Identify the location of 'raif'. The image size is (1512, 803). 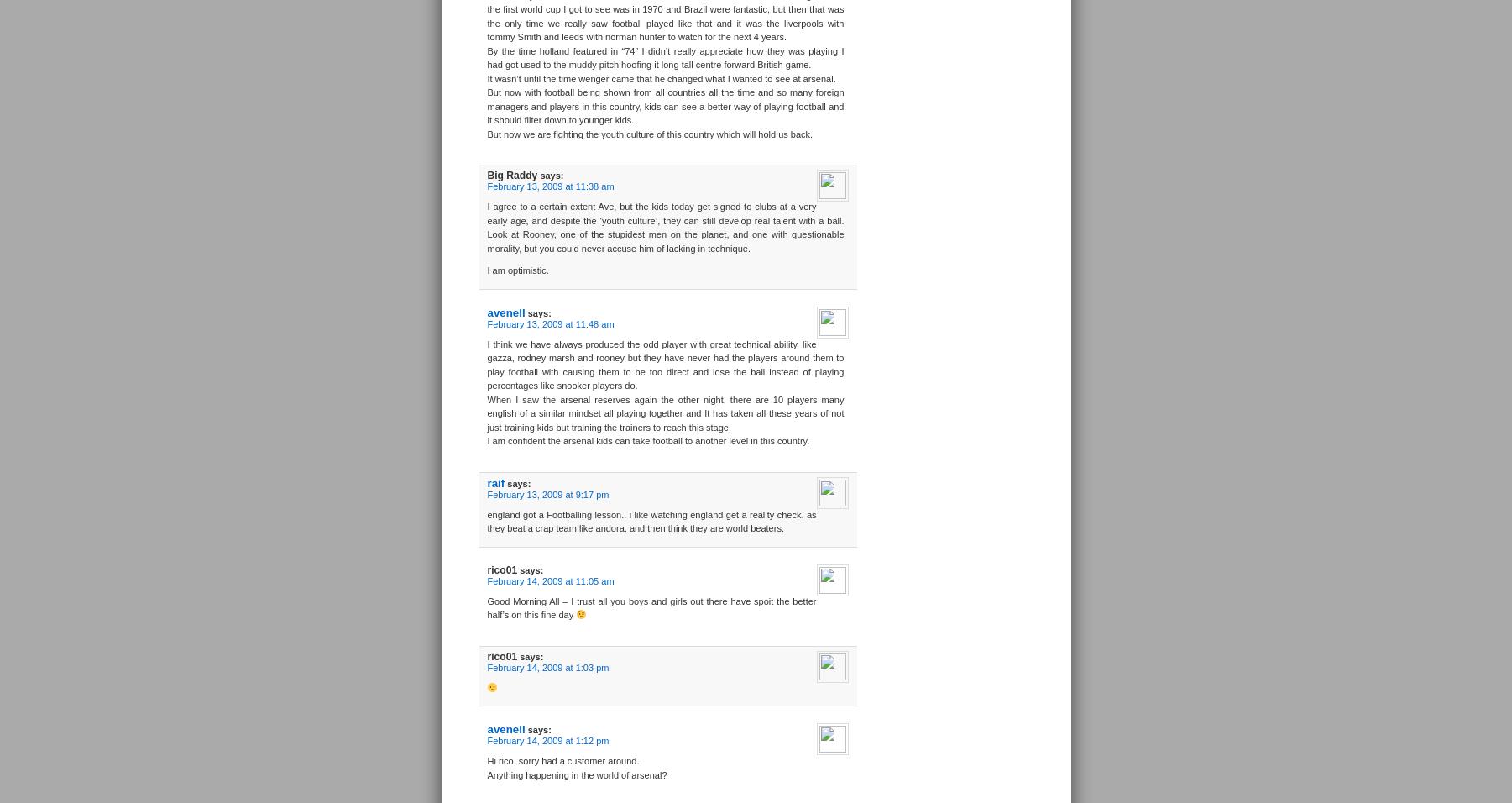
(495, 481).